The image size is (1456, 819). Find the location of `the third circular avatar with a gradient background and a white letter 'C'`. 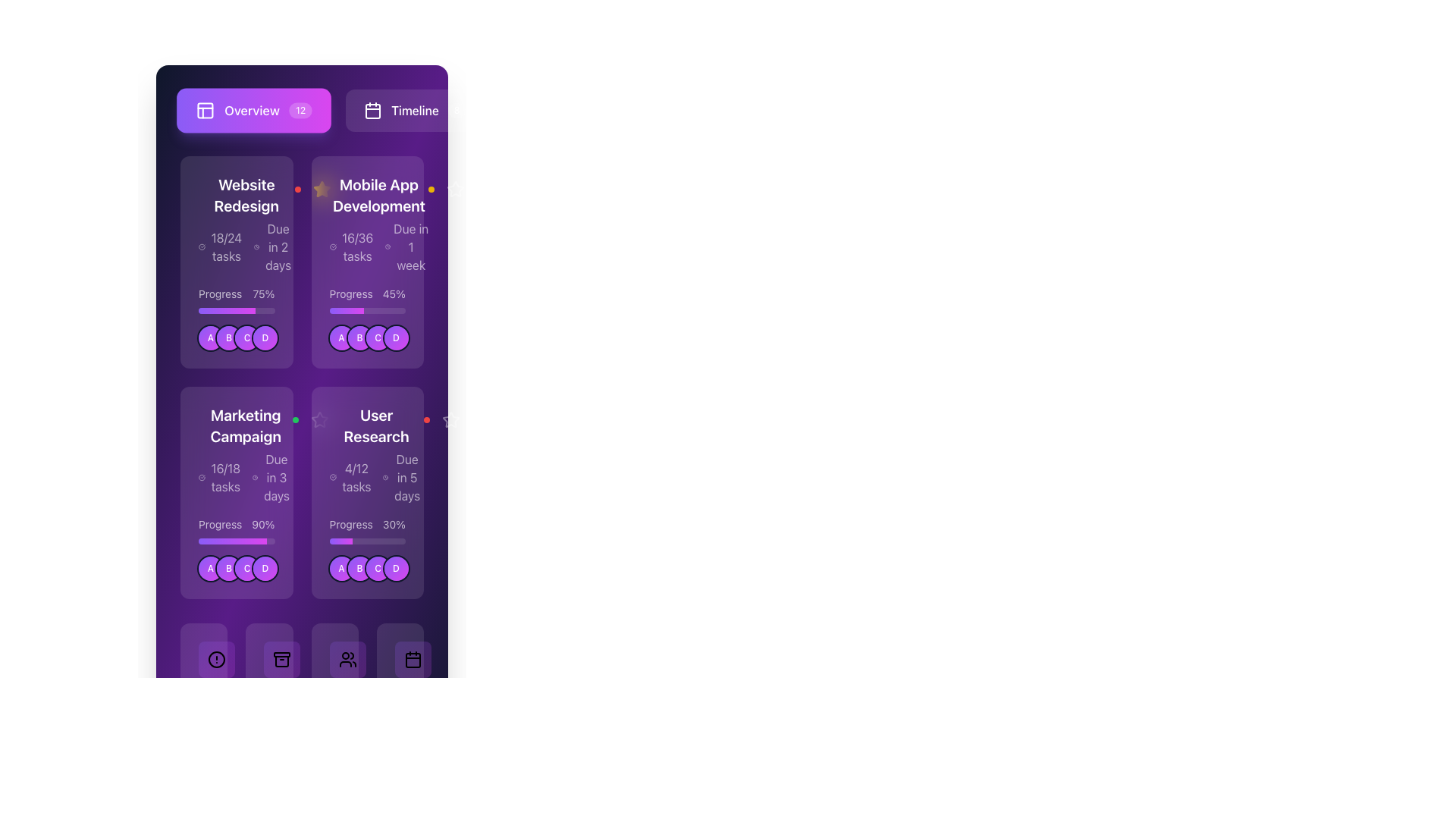

the third circular avatar with a gradient background and a white letter 'C' is located at coordinates (378, 568).